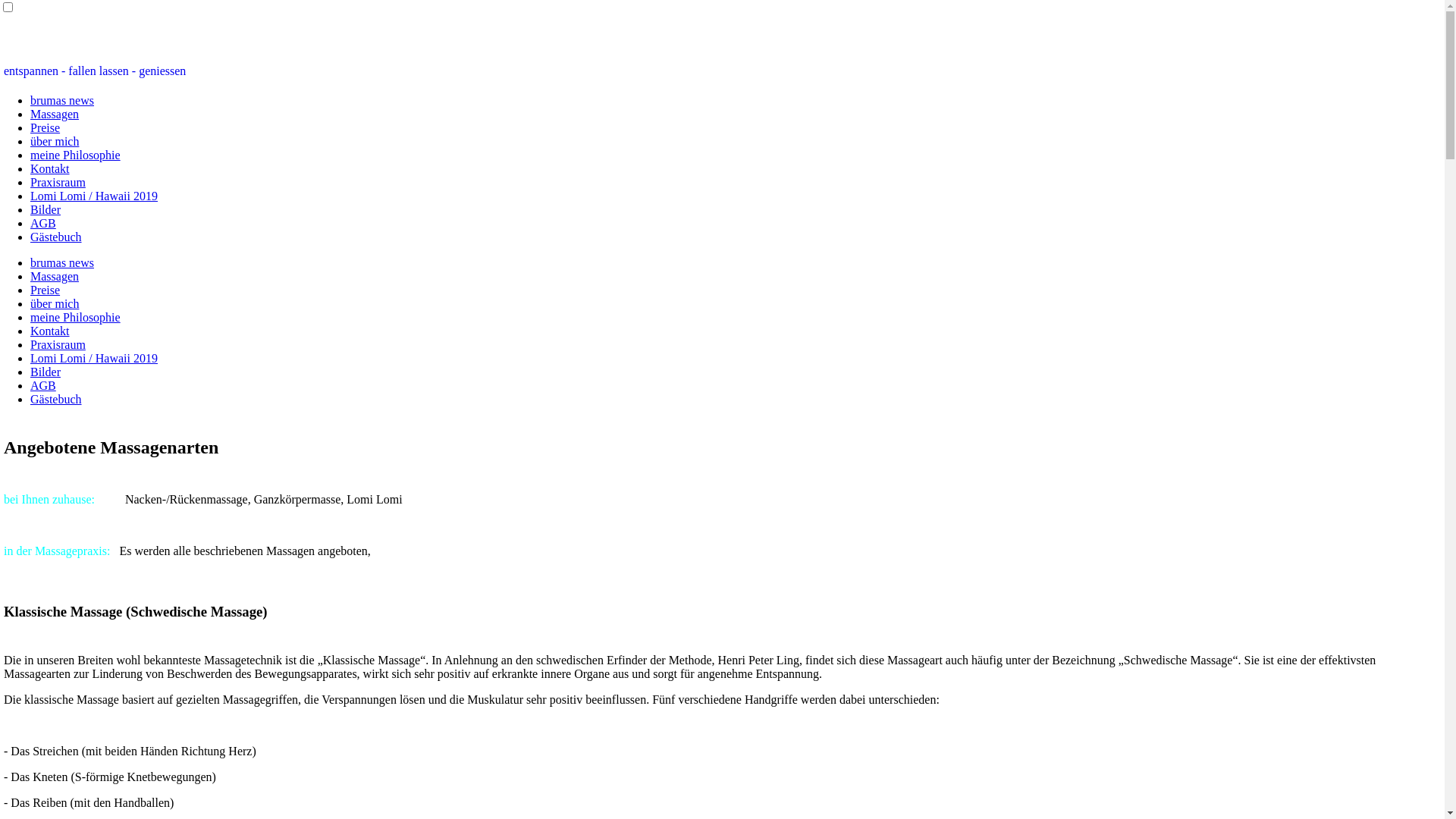 This screenshot has width=1456, height=819. Describe the element at coordinates (45, 127) in the screenshot. I see `'Preise'` at that location.